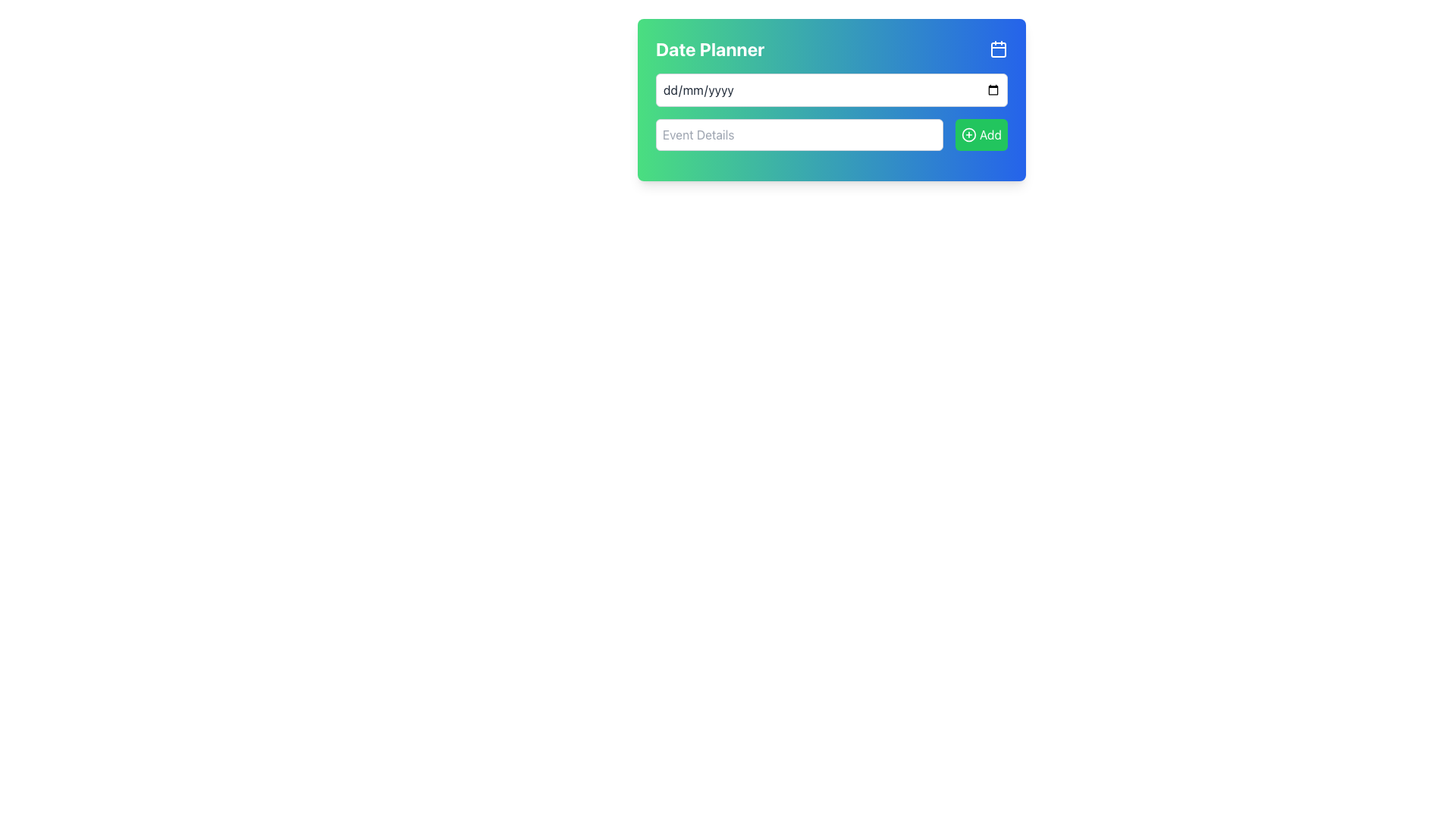 This screenshot has height=819, width=1456. What do you see at coordinates (998, 49) in the screenshot?
I see `keyboard navigation` at bounding box center [998, 49].